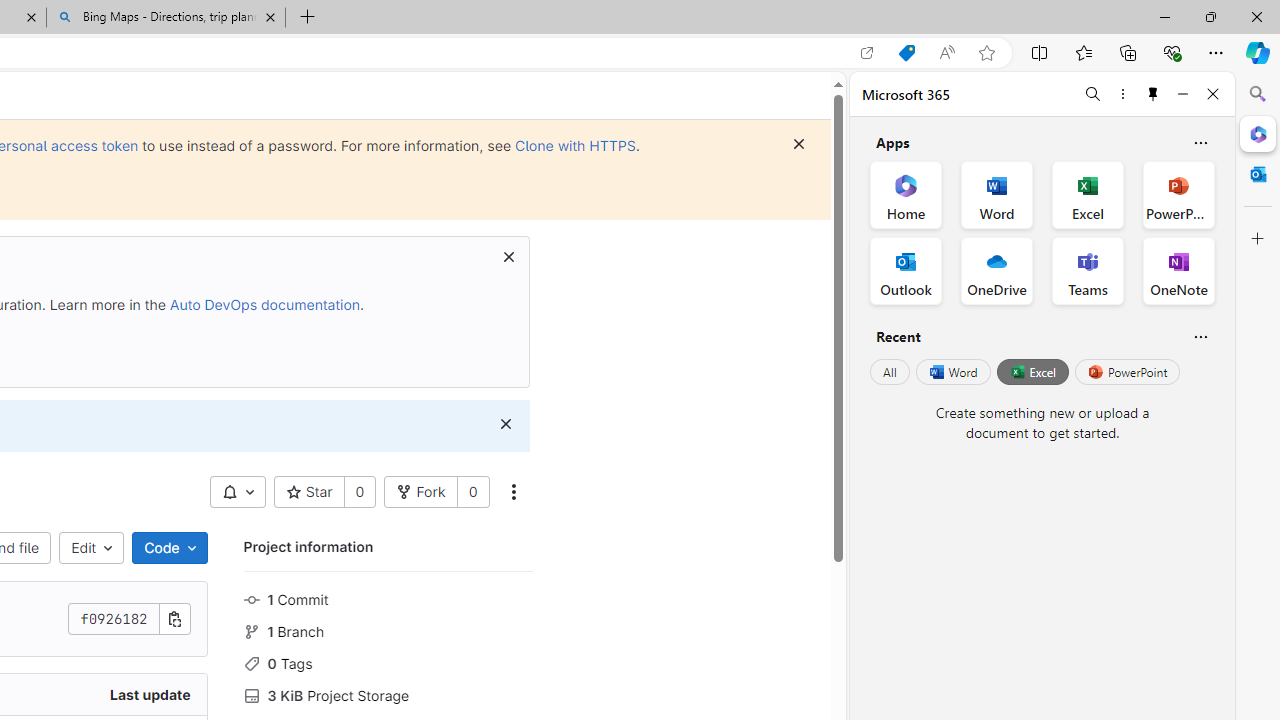 The height and width of the screenshot is (720, 1280). I want to click on '1 Branch', so click(387, 630).